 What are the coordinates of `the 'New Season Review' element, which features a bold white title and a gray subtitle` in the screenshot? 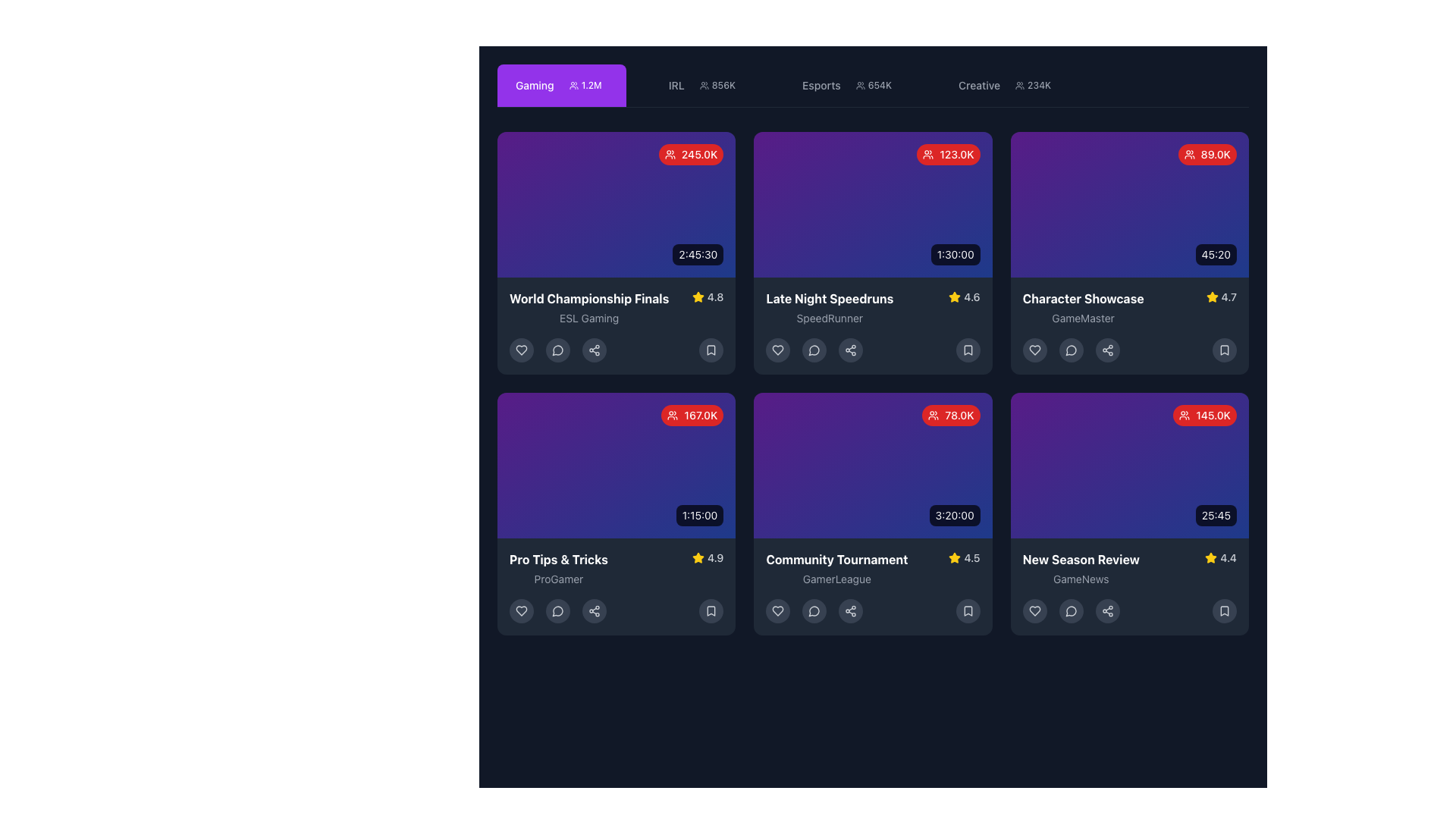 It's located at (1129, 568).